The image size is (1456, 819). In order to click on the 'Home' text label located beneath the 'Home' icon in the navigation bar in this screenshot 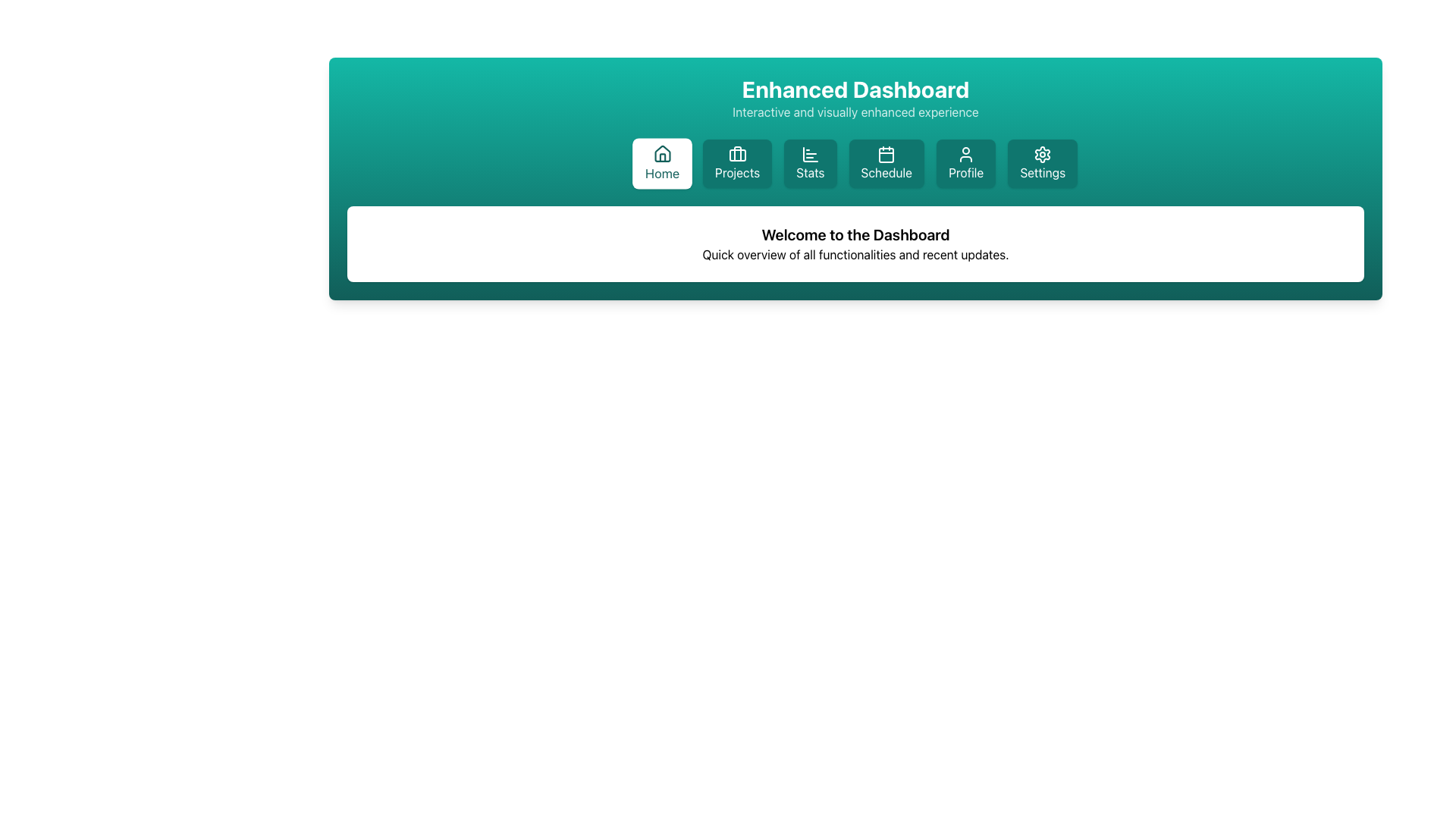, I will do `click(662, 172)`.